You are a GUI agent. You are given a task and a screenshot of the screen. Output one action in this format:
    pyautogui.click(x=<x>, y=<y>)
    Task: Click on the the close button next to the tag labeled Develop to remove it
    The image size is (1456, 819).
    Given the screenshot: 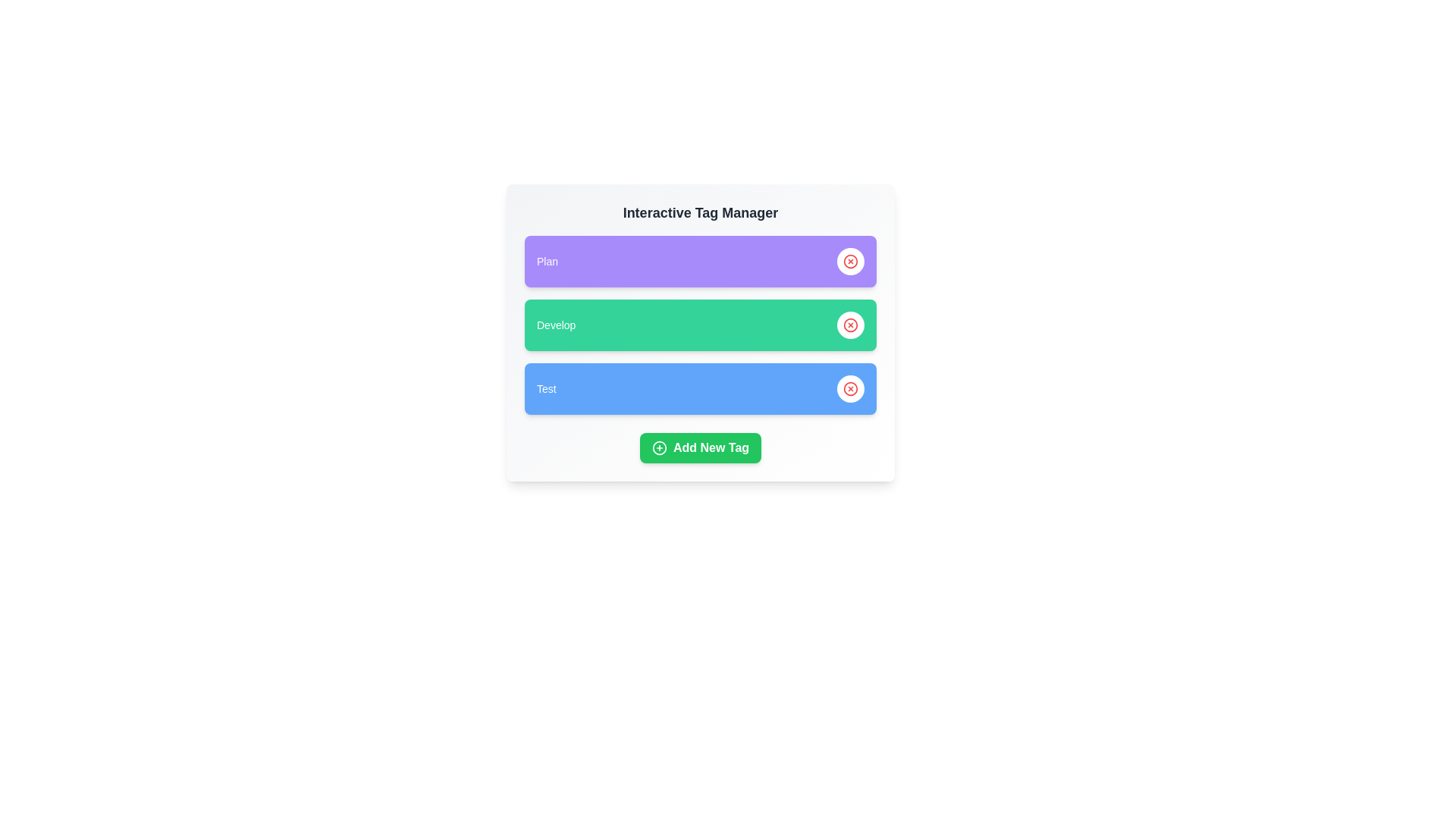 What is the action you would take?
    pyautogui.click(x=851, y=324)
    